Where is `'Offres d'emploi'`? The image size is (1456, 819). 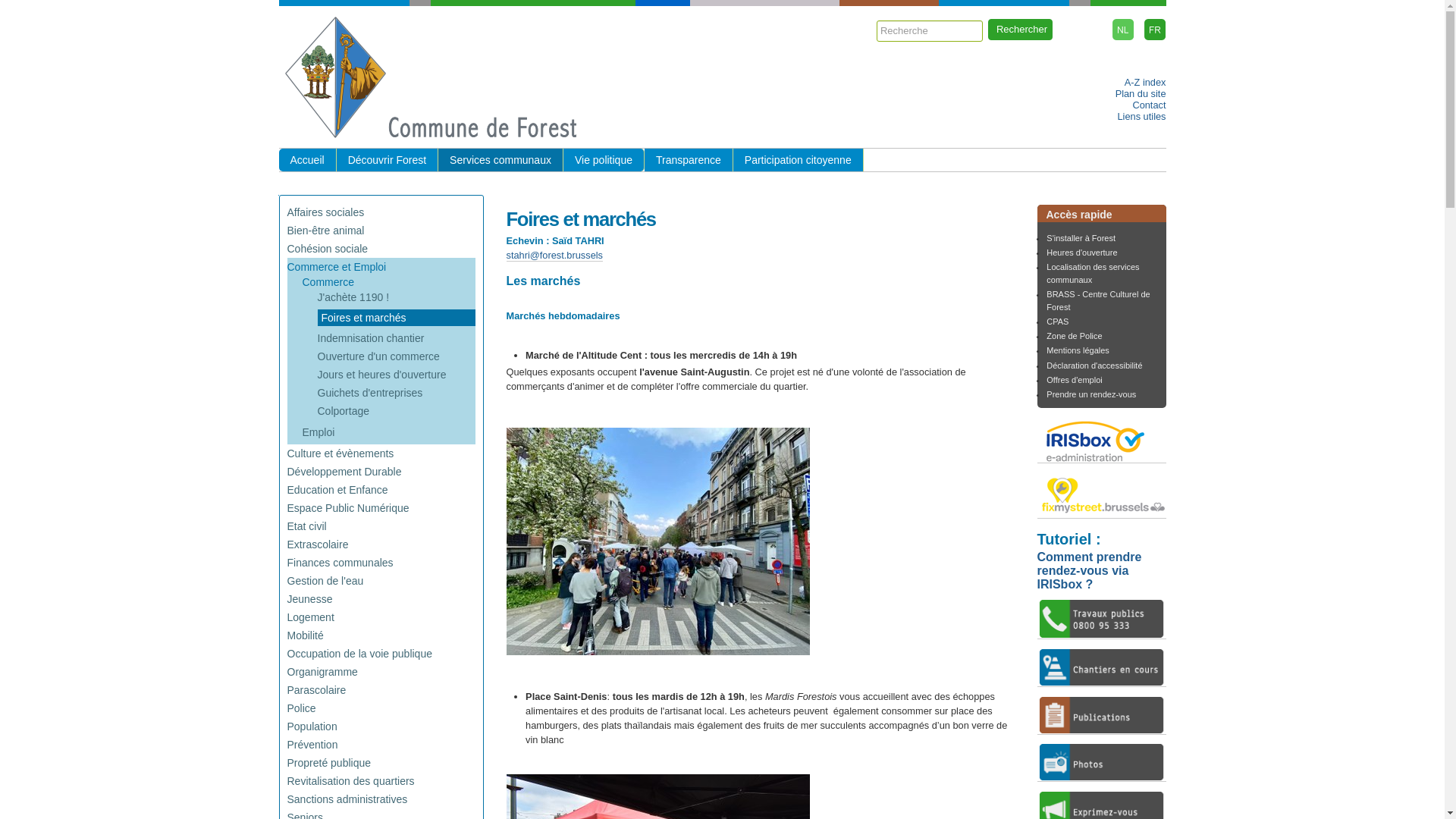
'Offres d'emploi' is located at coordinates (1073, 379).